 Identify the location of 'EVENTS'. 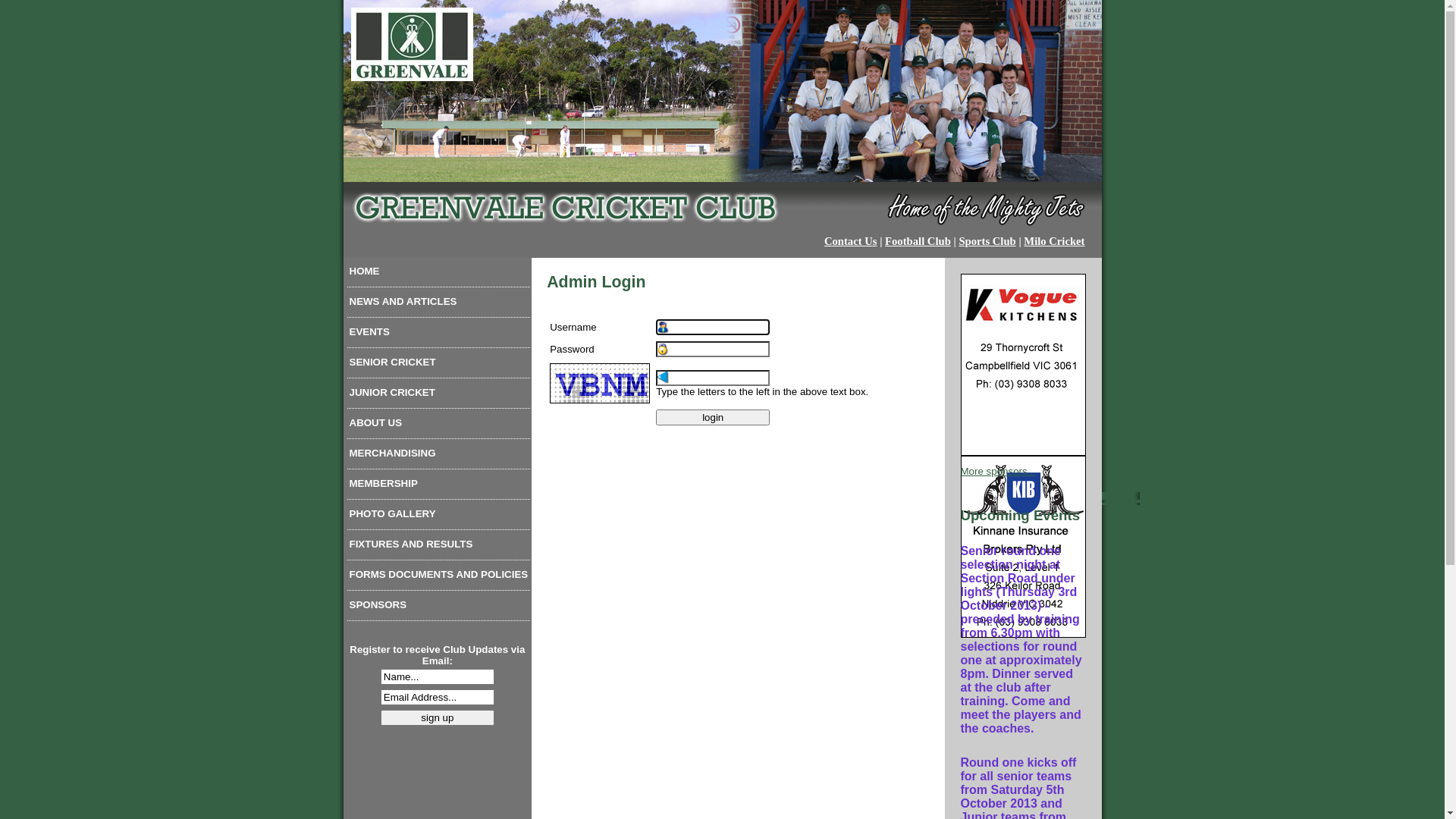
(438, 334).